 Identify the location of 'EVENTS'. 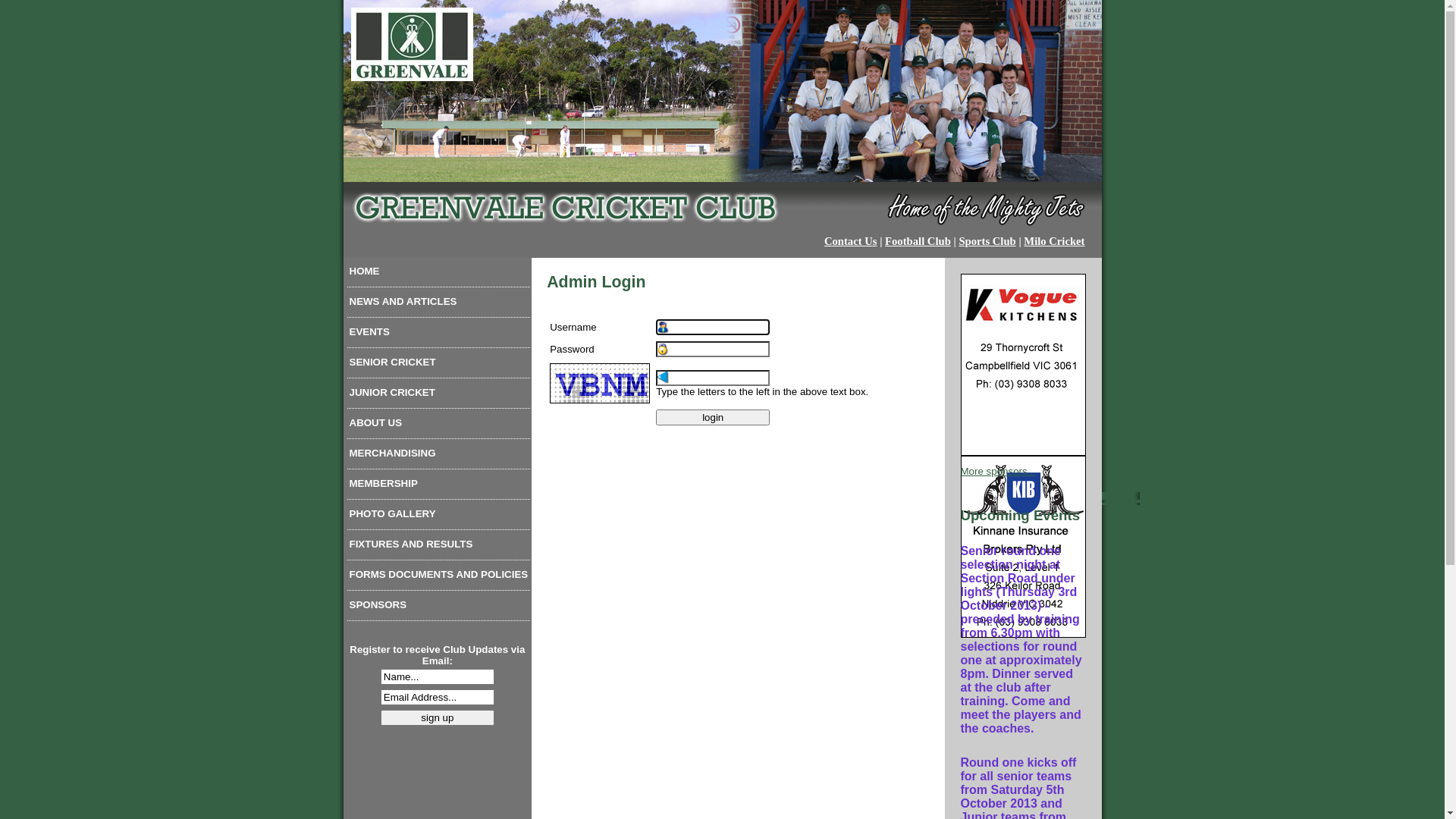
(438, 334).